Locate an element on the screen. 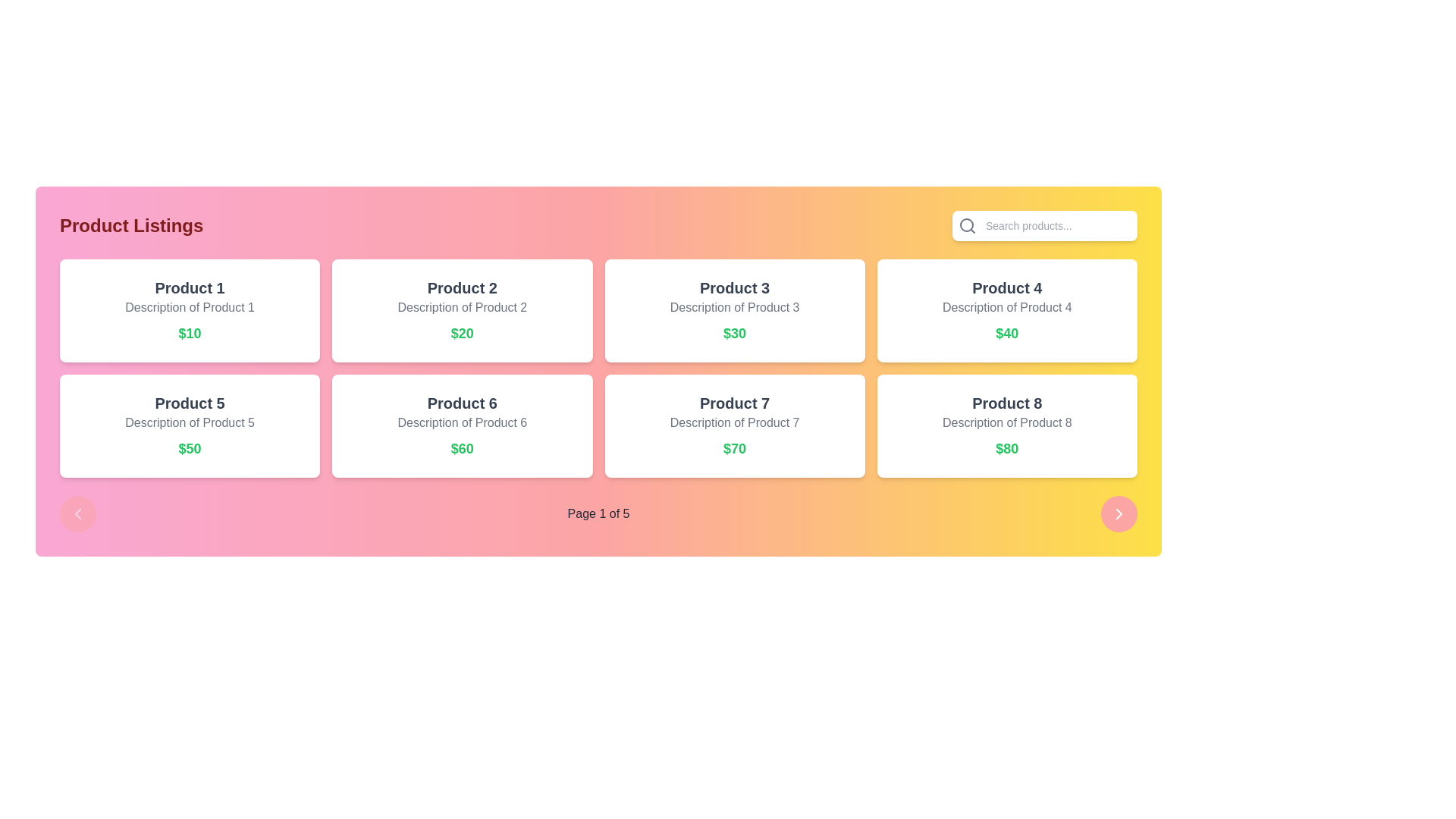  the static text label that contains 'Description of Product 2', which is located below the header 'Product 2' and above the price '$20' within the product card for 'Product 2' is located at coordinates (461, 307).